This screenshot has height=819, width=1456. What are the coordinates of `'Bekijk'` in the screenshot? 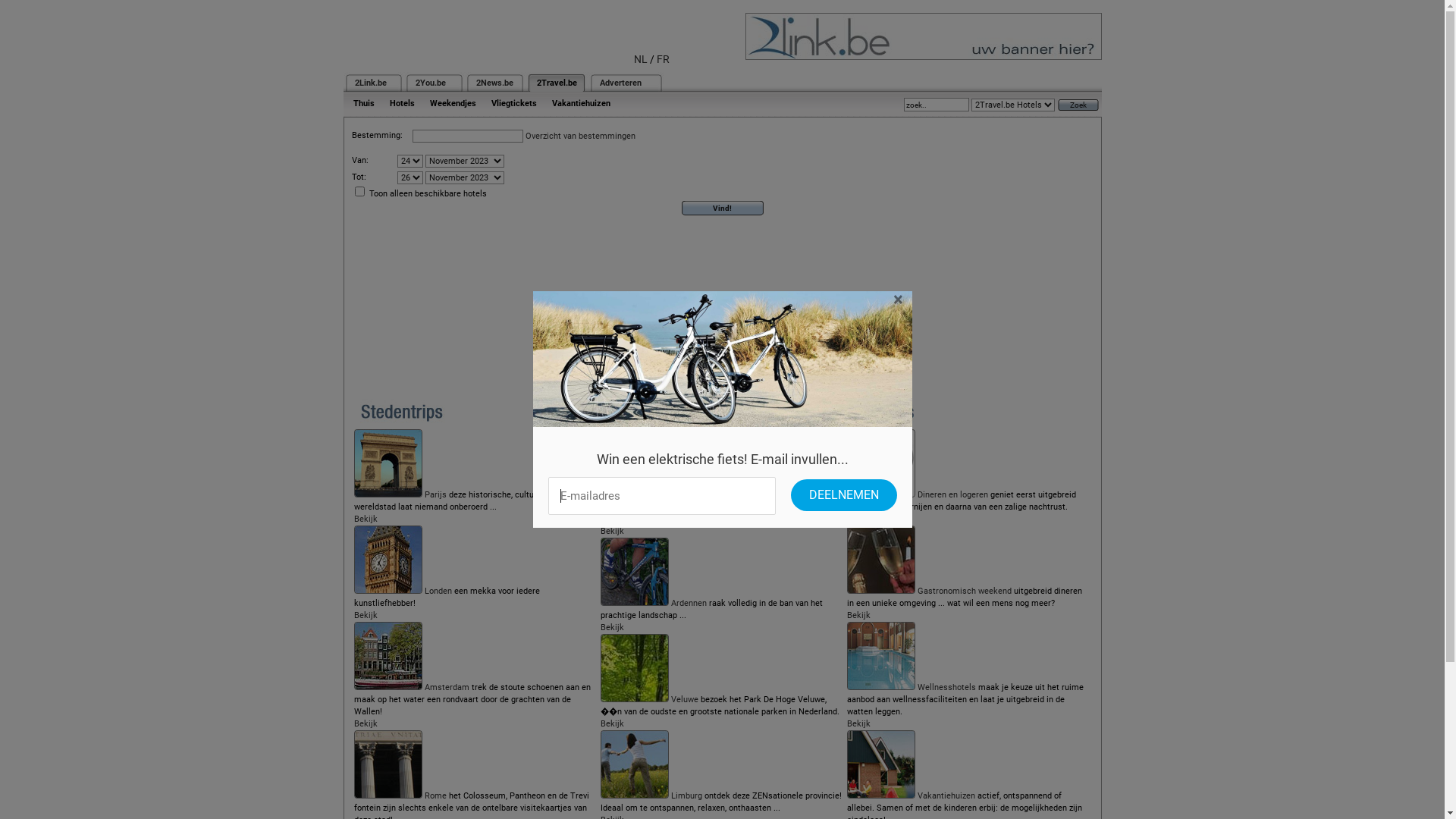 It's located at (858, 615).